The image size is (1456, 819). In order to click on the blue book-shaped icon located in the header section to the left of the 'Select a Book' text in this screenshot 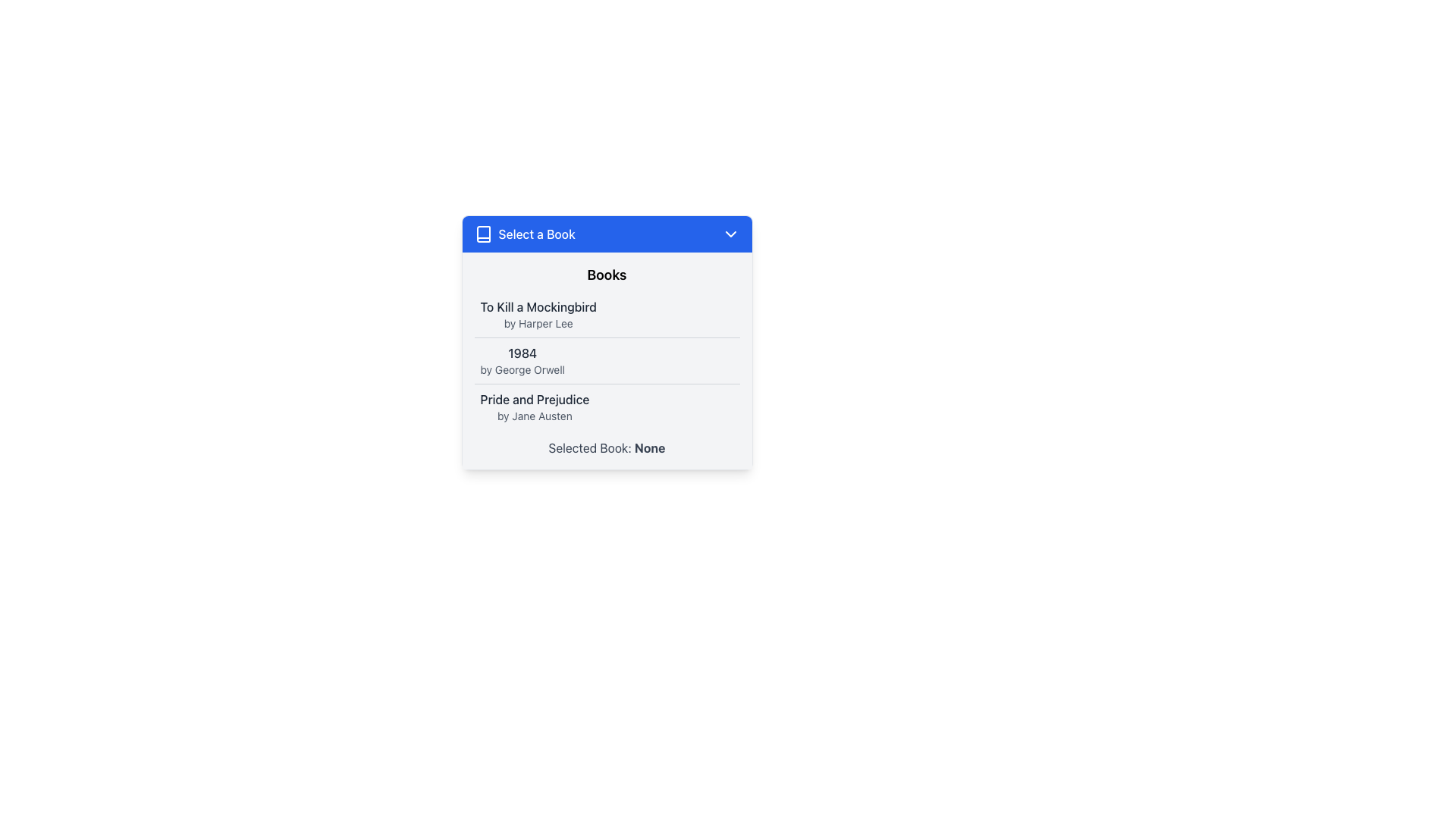, I will do `click(482, 234)`.